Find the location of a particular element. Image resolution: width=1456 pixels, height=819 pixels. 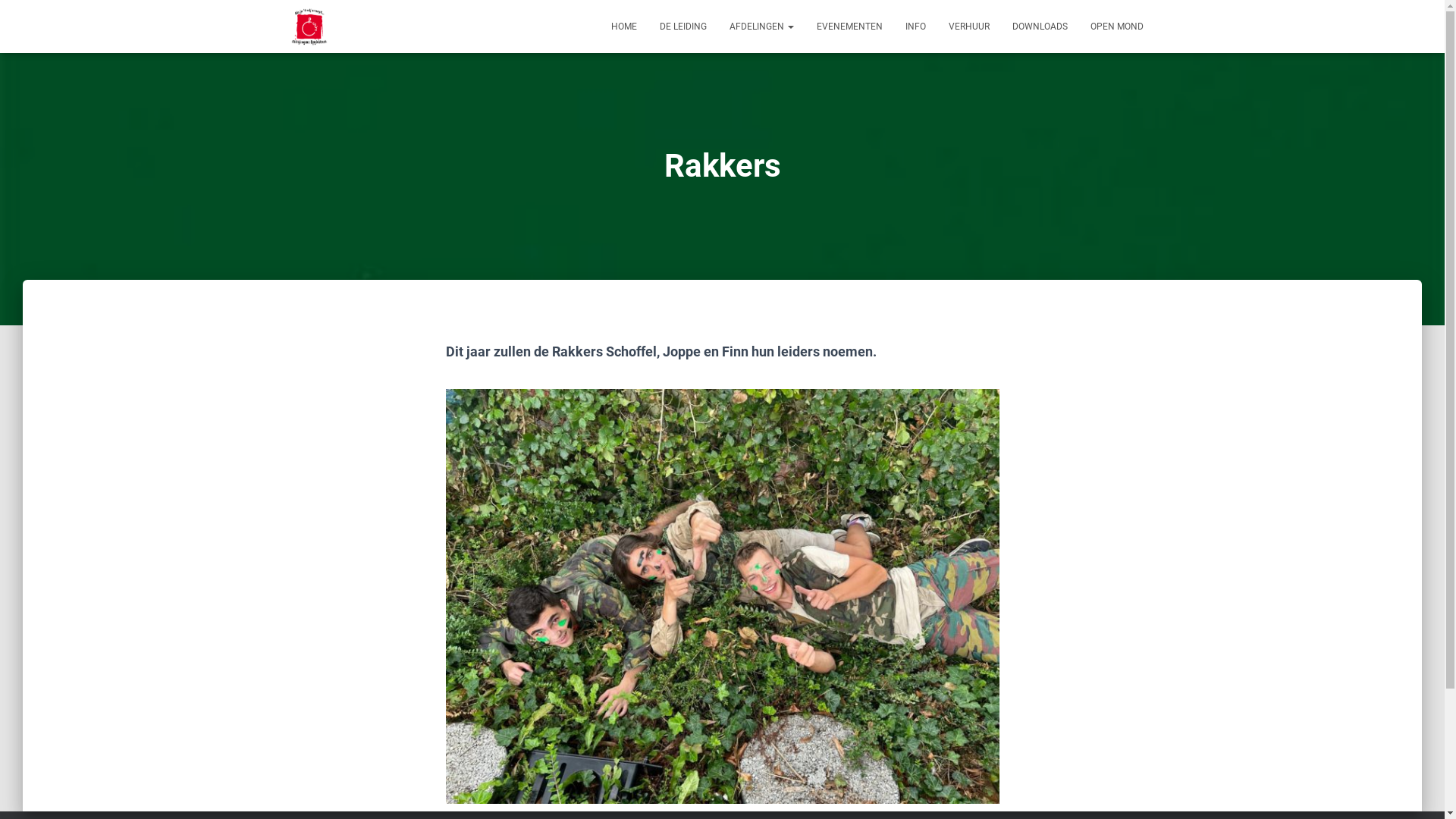

'OPEN MOND' is located at coordinates (1077, 26).